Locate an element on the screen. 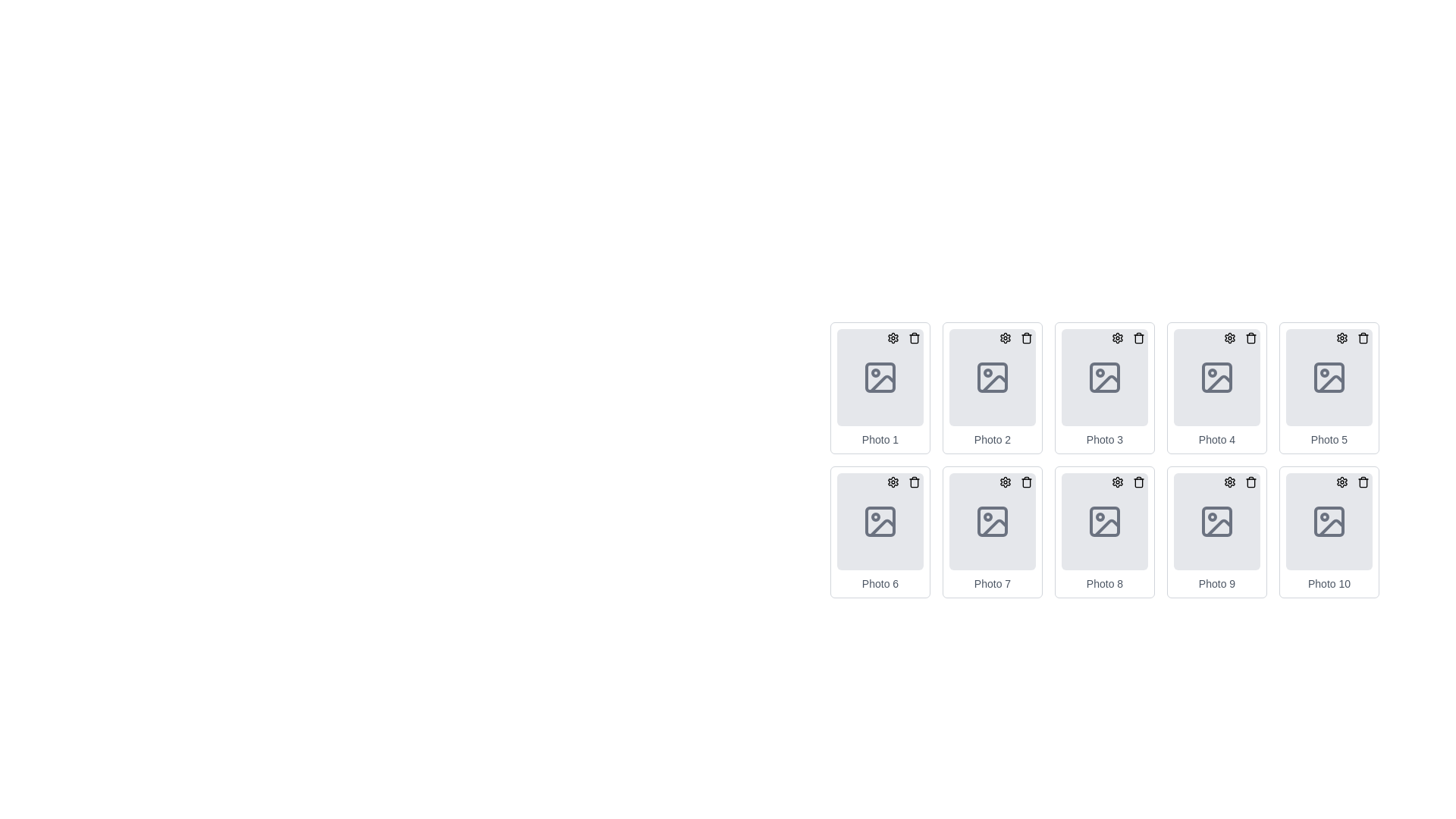  the Card component labeled 'Photo 10' located in the bottom-right corner of the grid to initiate hover effects is located at coordinates (1328, 532).